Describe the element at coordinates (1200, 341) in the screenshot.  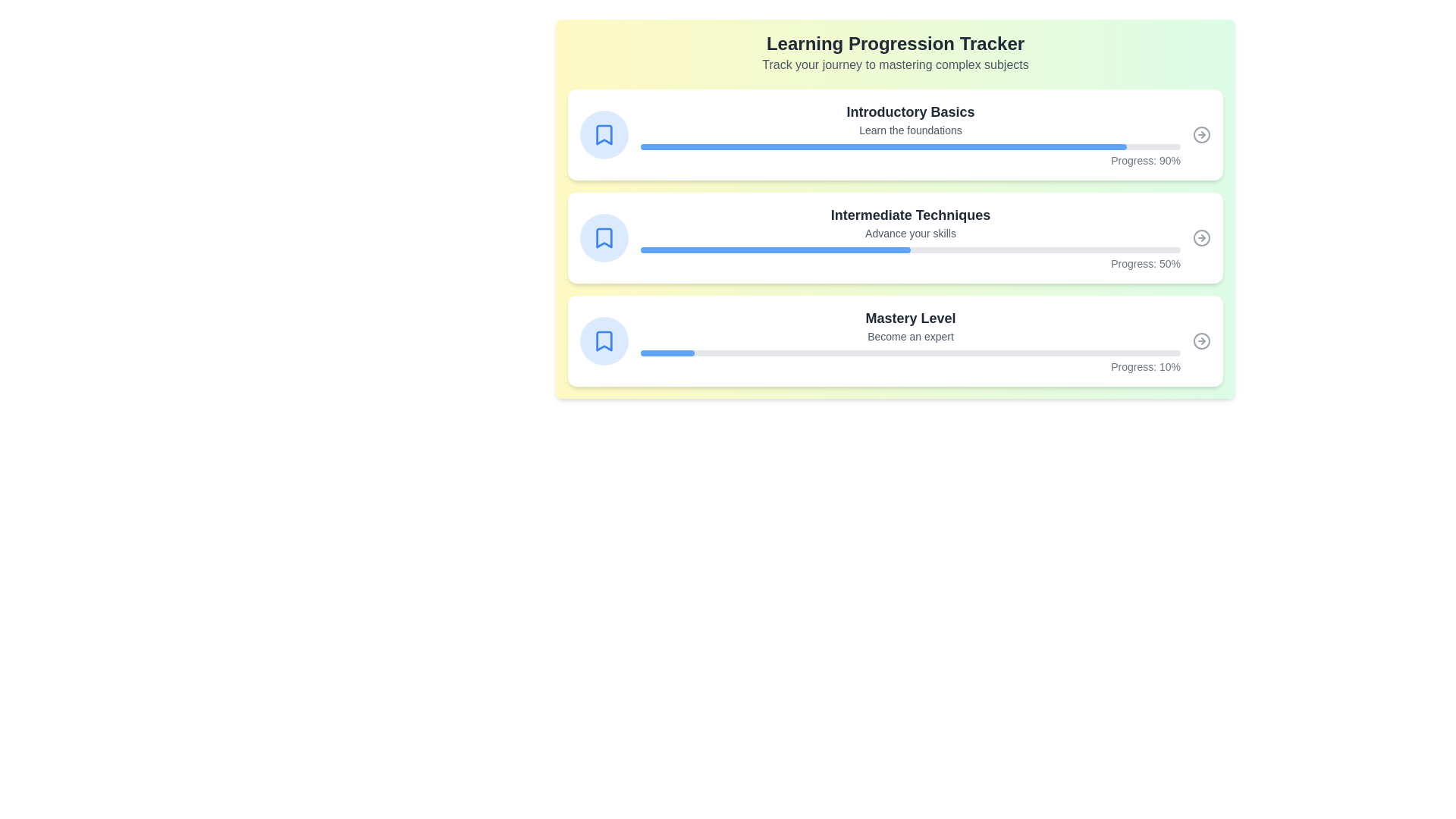
I see `the navigation icon, which is a right-pointing arrow within a circle, located in the last row of the tracker card, aligned with the 'Mastery Level' text and progress bar` at that location.